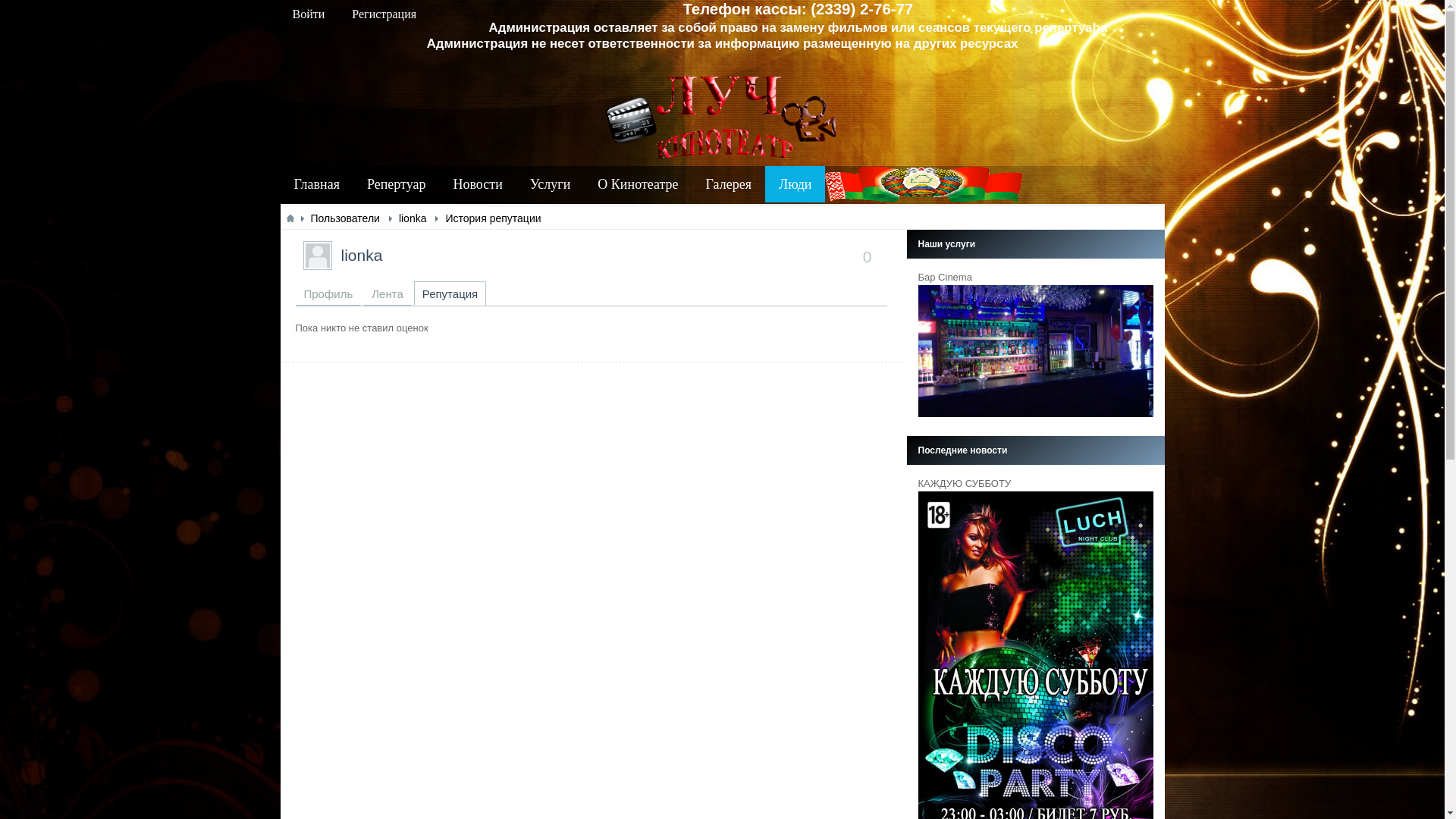  I want to click on 'lionka', so click(361, 254).